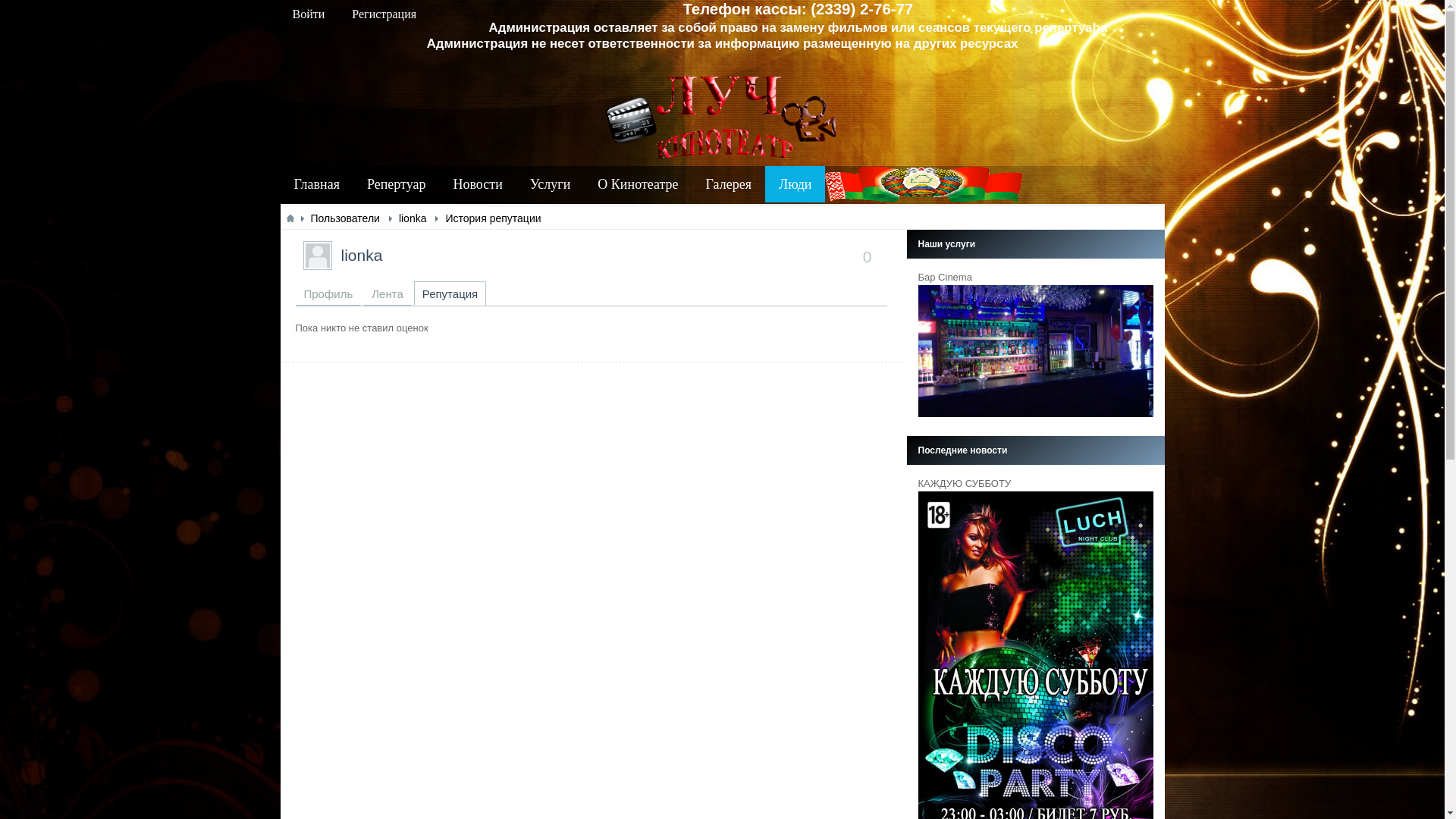  I want to click on 'lionka', so click(361, 254).